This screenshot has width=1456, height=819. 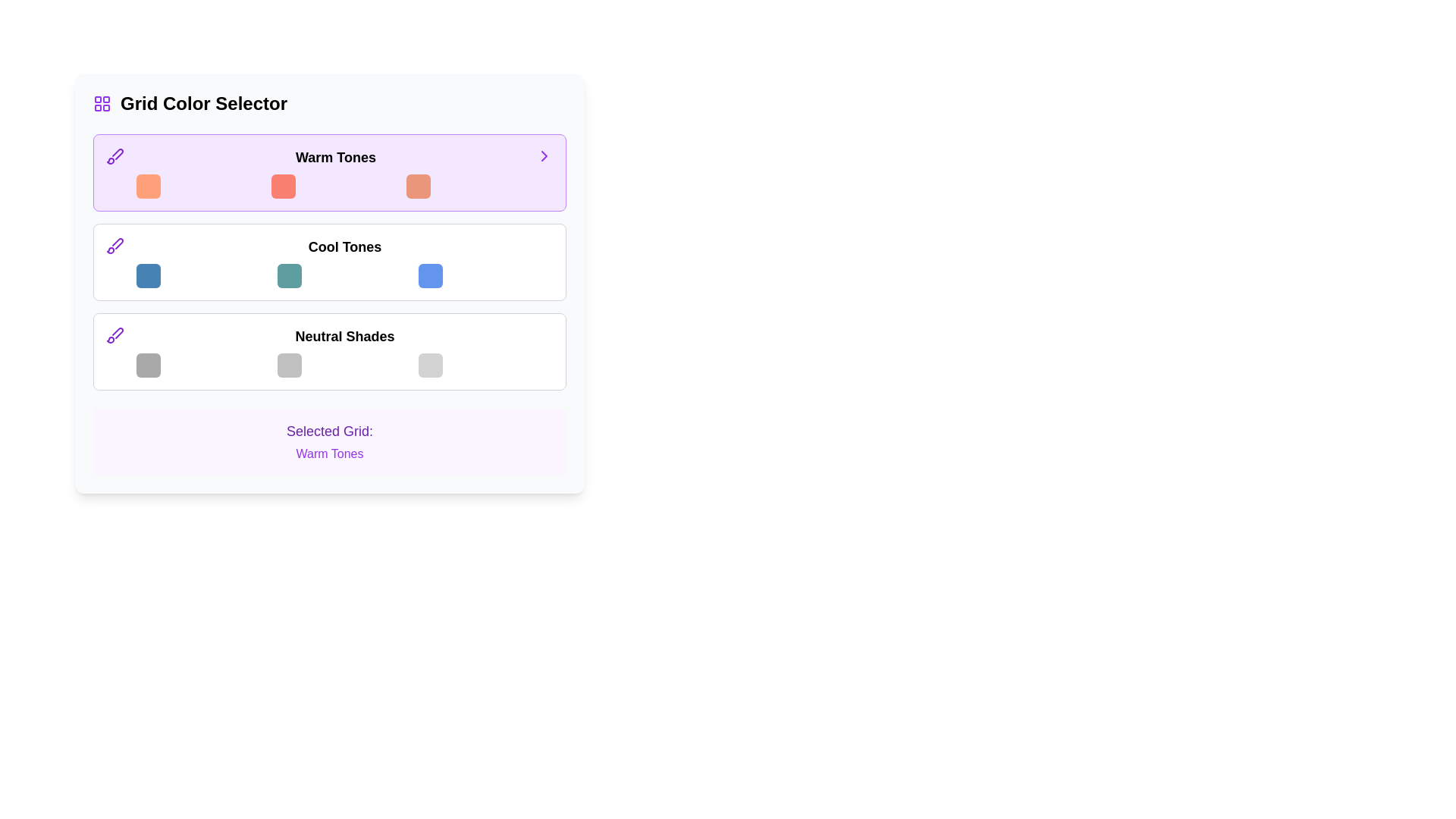 I want to click on the first button-like selectable tile in the 'Neutral Shades' category, so click(x=149, y=366).